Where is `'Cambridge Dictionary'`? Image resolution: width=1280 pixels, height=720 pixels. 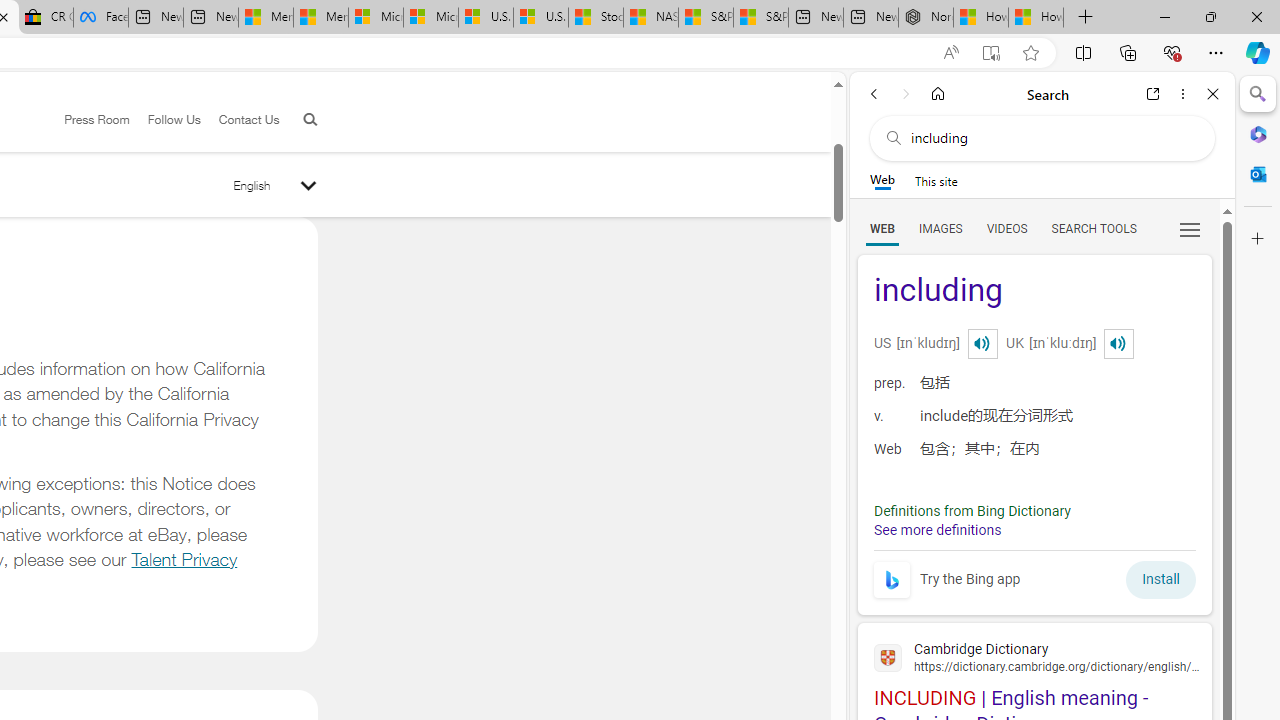 'Cambridge Dictionary' is located at coordinates (1034, 656).